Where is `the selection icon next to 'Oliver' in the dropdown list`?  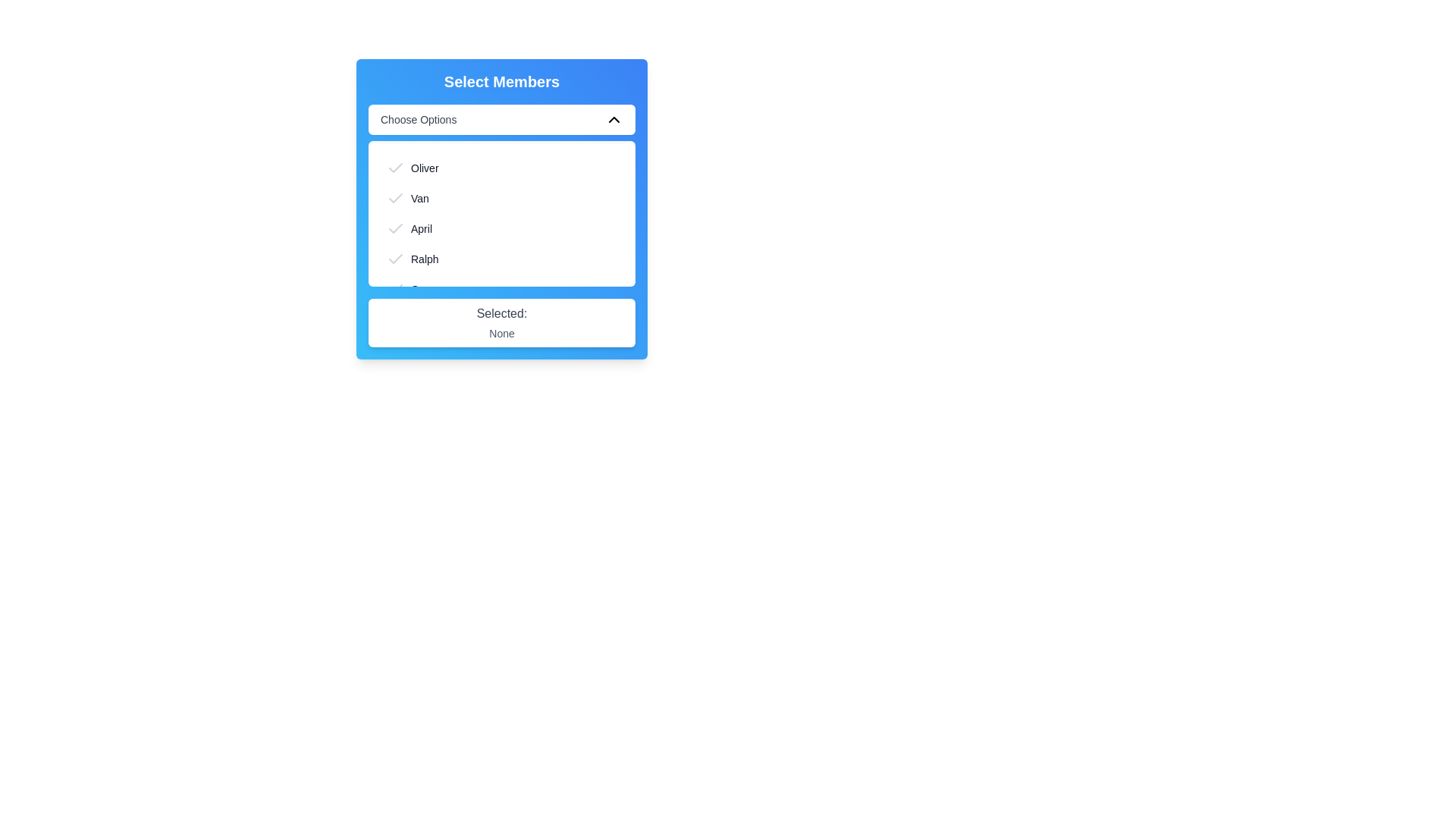
the selection icon next to 'Oliver' in the dropdown list is located at coordinates (396, 168).